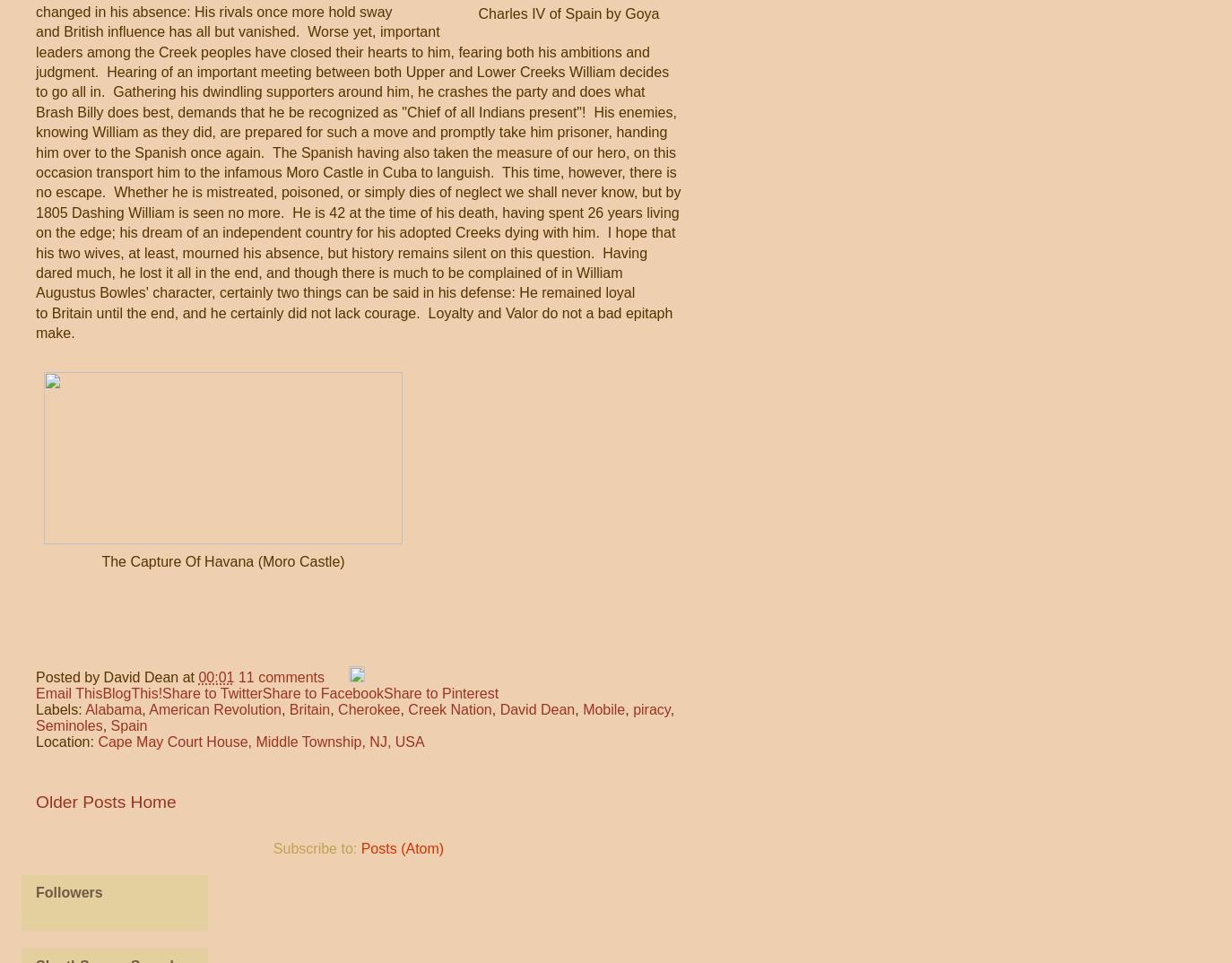 The image size is (1232, 963). I want to click on 'Share to Pinterest', so click(384, 692).